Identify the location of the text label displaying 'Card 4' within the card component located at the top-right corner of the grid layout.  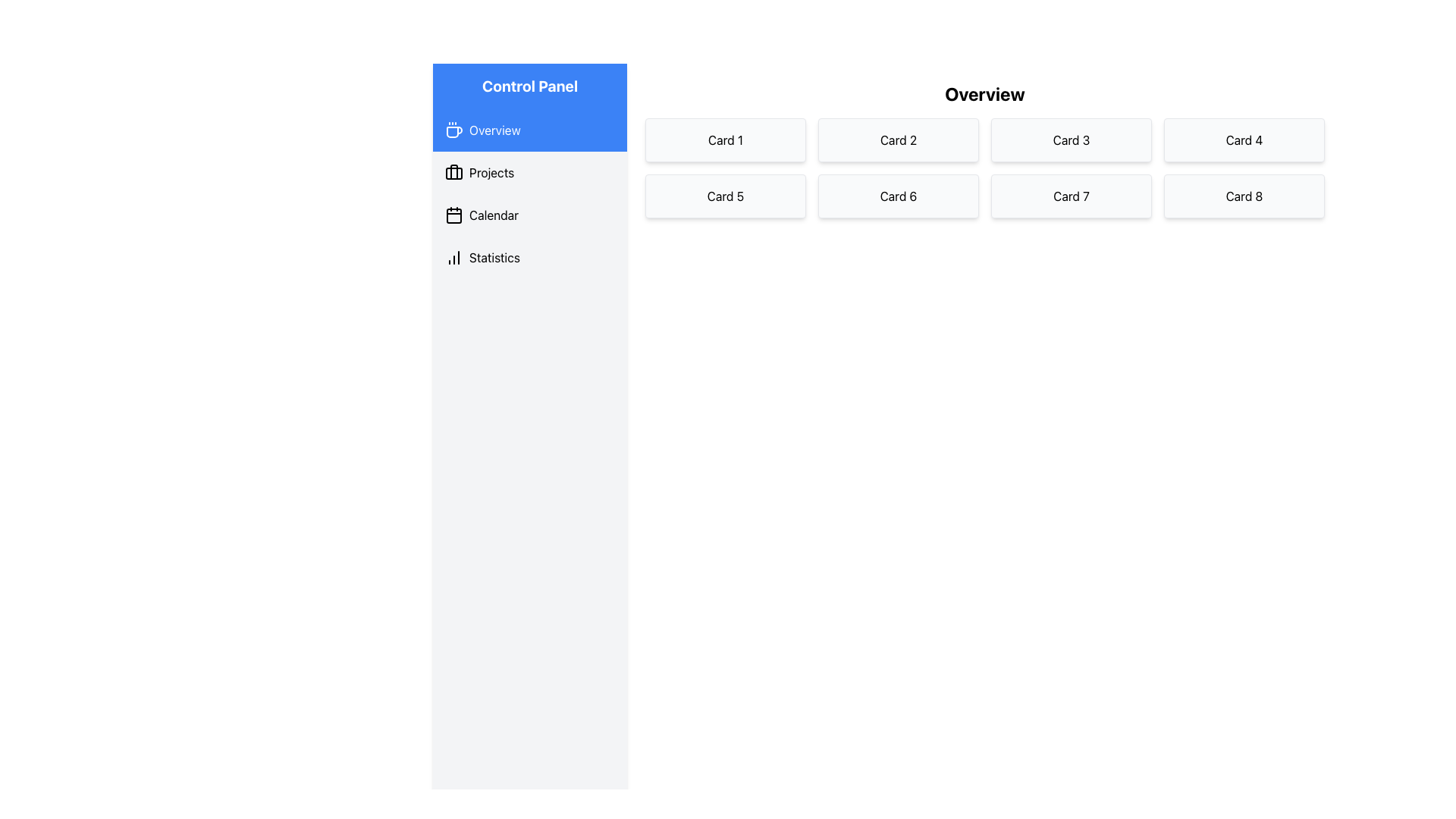
(1244, 140).